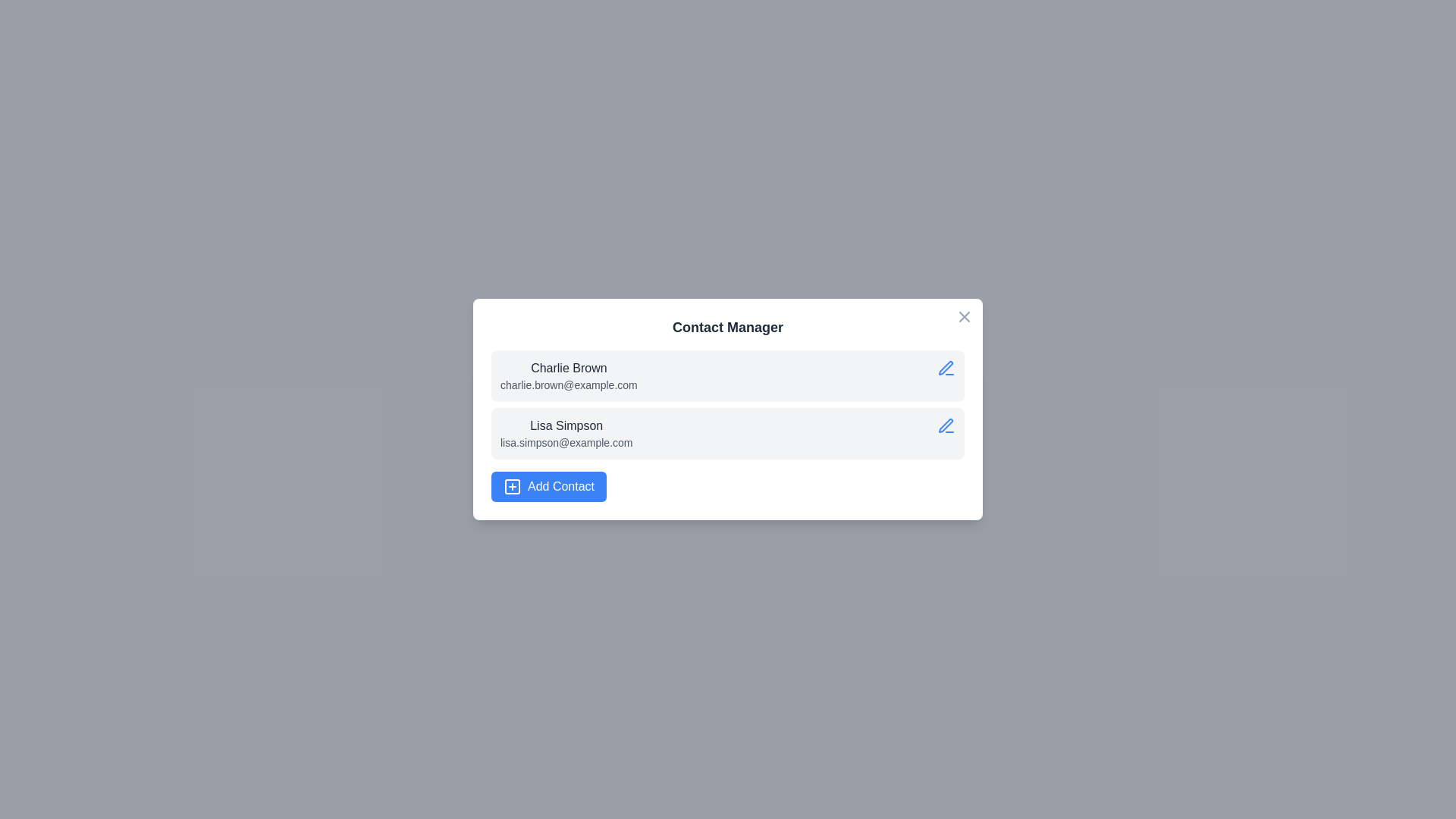  What do you see at coordinates (548, 486) in the screenshot?
I see `the 'Add Contact' button to initiate the process of adding a new contact` at bounding box center [548, 486].